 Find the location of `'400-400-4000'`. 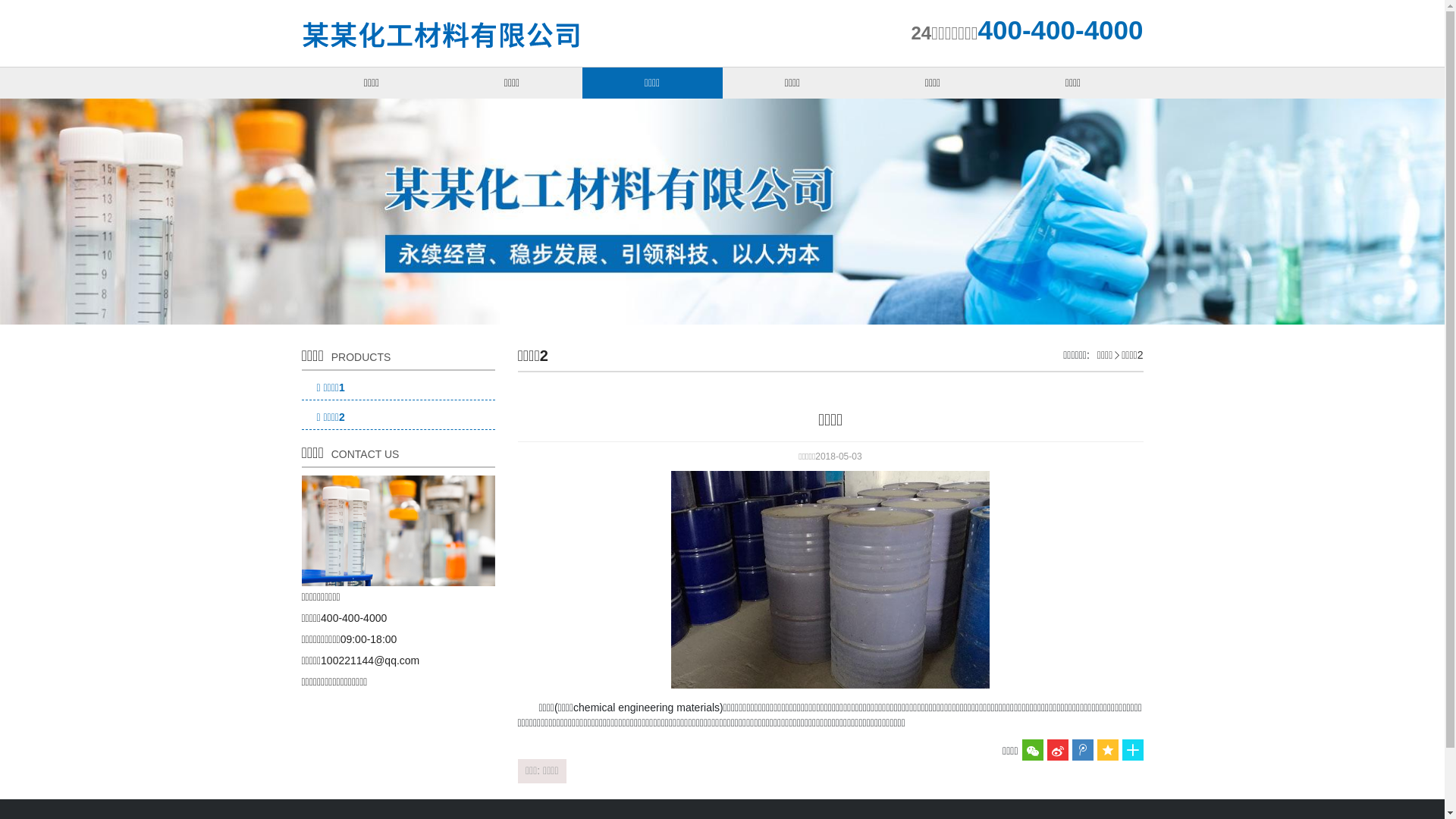

'400-400-4000' is located at coordinates (1059, 30).